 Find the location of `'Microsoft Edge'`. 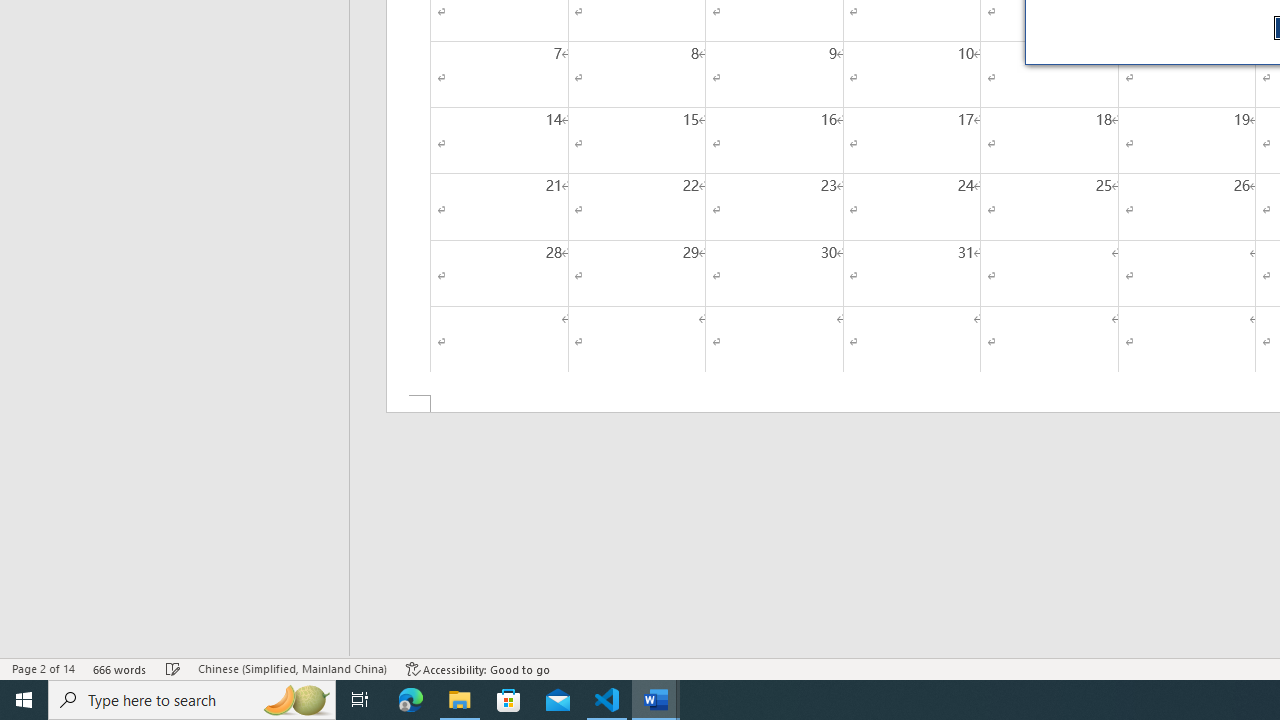

'Microsoft Edge' is located at coordinates (410, 698).